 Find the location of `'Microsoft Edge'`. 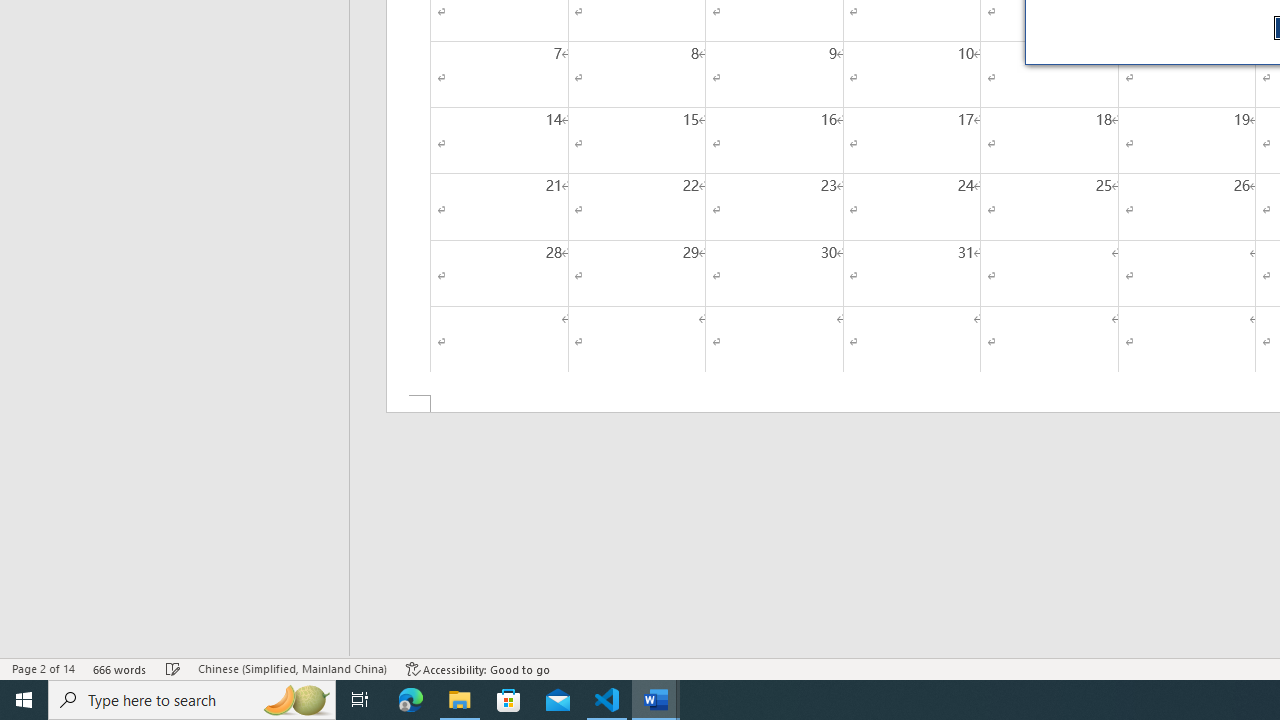

'Microsoft Edge' is located at coordinates (410, 698).